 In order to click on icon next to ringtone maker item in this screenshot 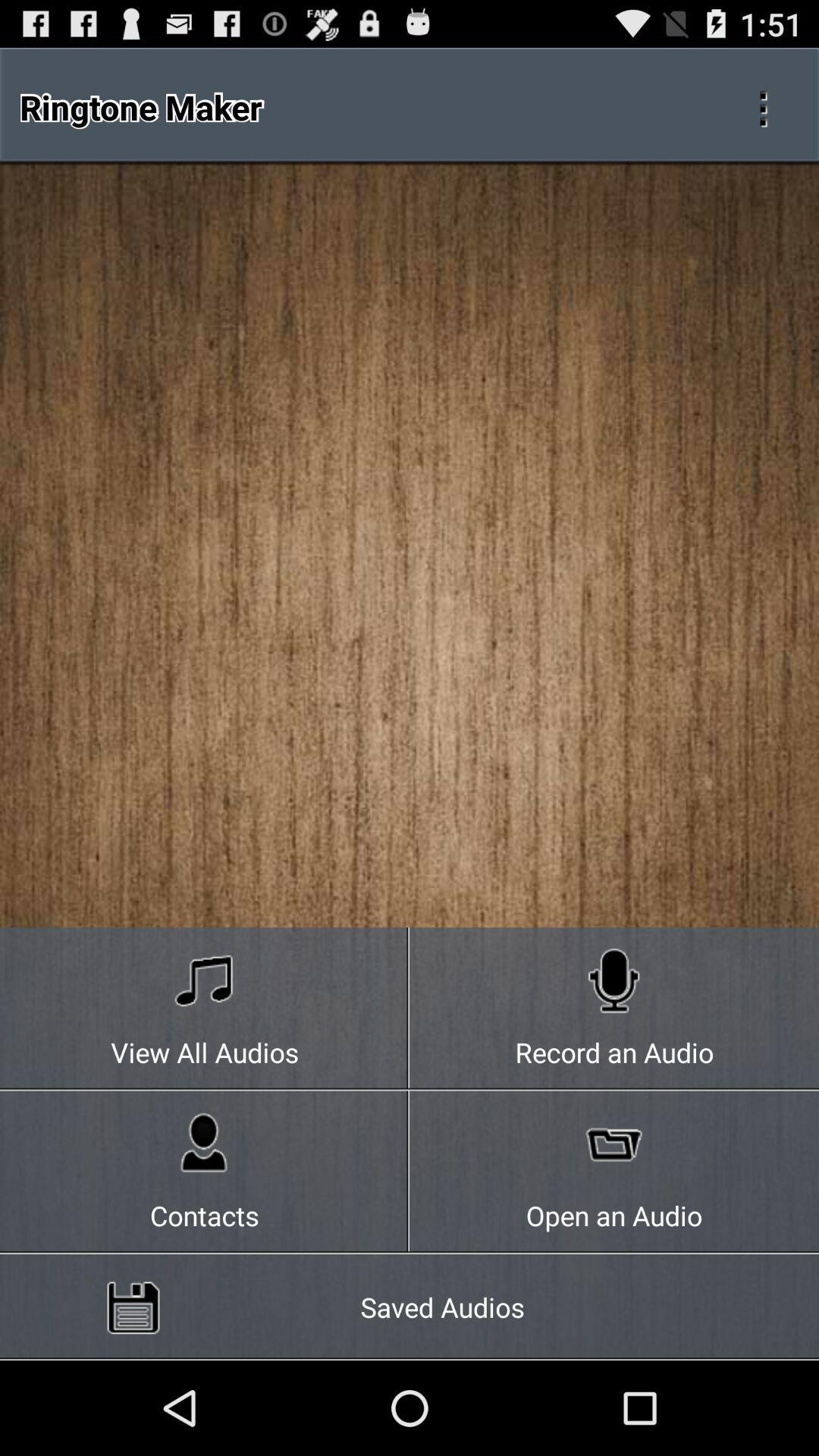, I will do `click(763, 106)`.